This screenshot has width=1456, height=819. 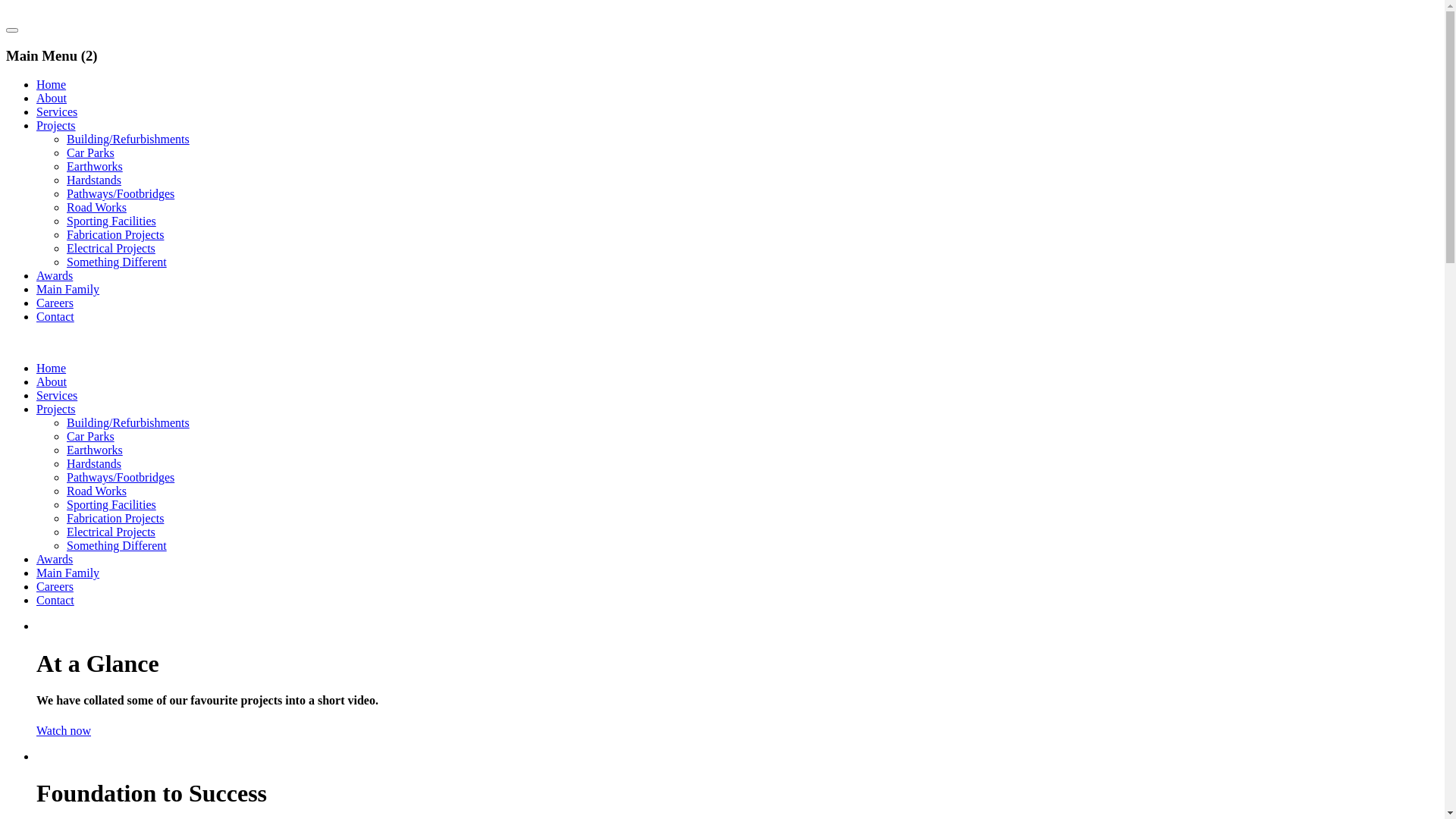 I want to click on 'Watch now', so click(x=62, y=730).